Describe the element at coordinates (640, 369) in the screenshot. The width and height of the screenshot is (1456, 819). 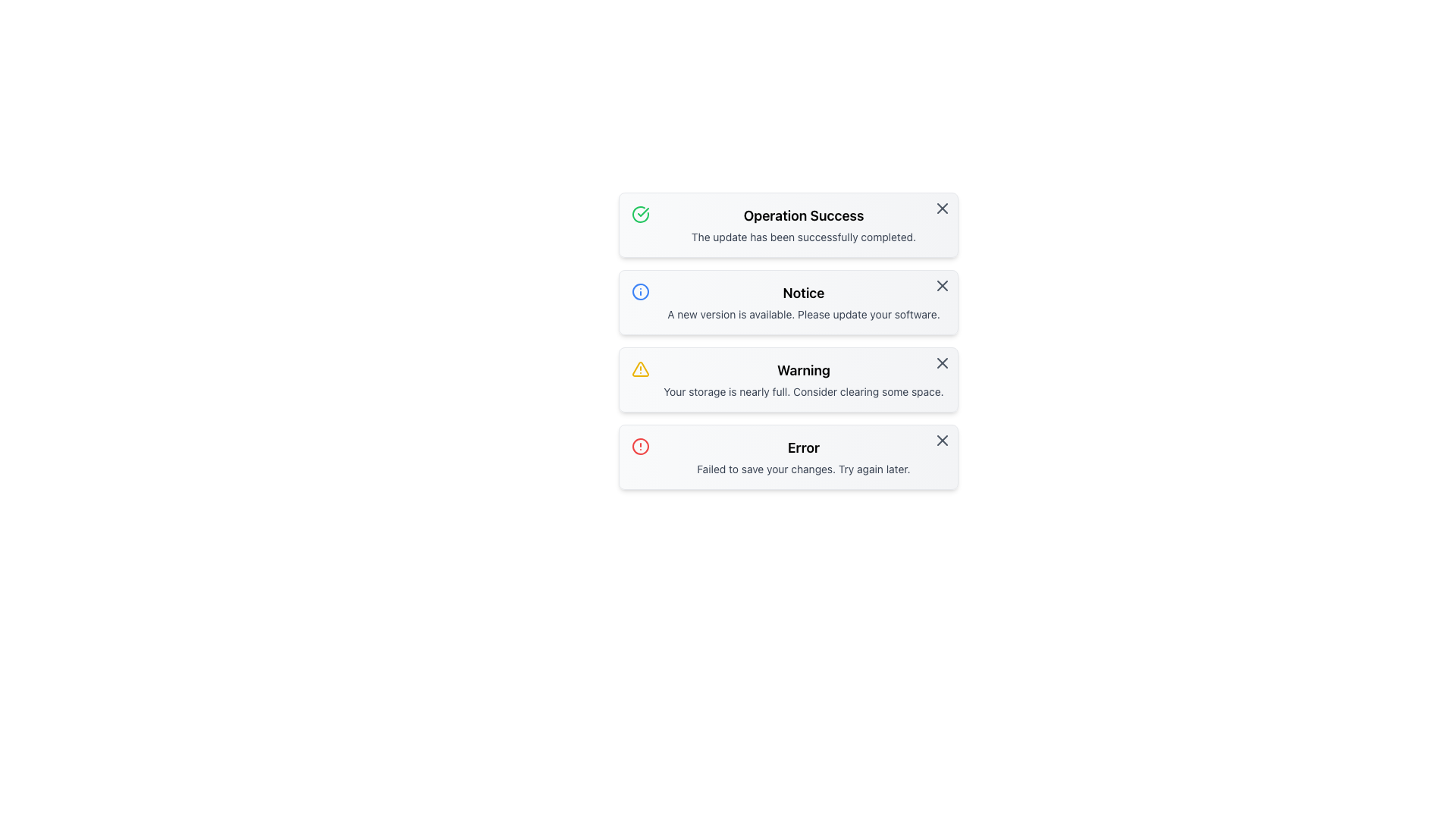
I see `the triangular outline of the warning icon with a yellow outline located in the 'Warning' alert box, positioned to the left of the 'Warning' text` at that location.